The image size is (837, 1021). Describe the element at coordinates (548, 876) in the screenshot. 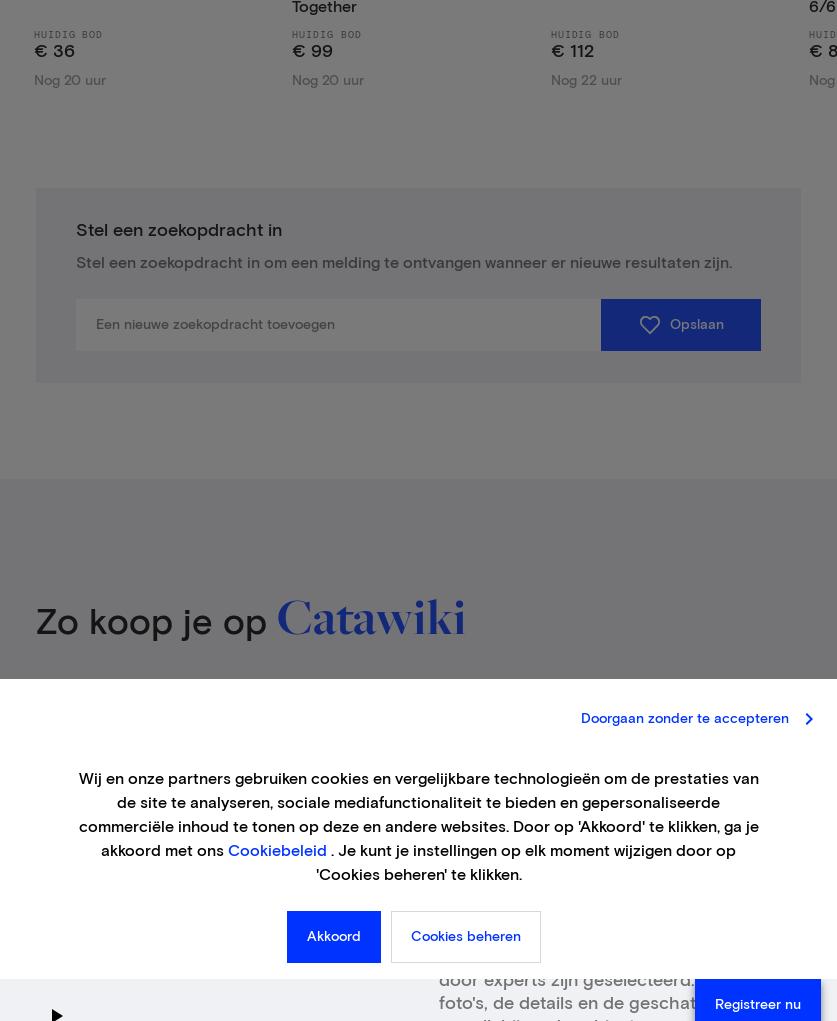

I see `'Ontdek iets bijzonders'` at that location.